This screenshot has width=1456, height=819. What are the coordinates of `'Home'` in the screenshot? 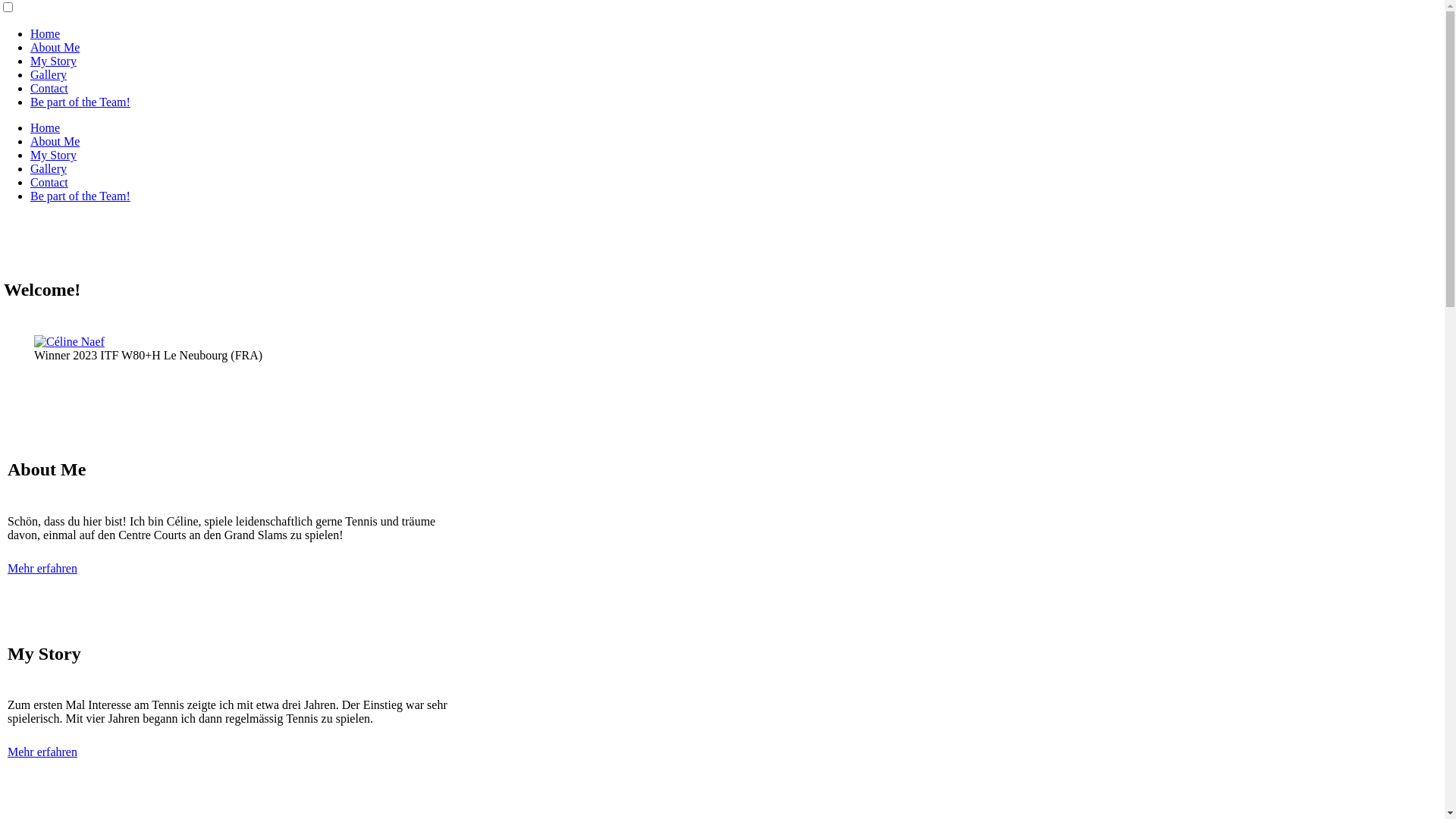 It's located at (45, 127).